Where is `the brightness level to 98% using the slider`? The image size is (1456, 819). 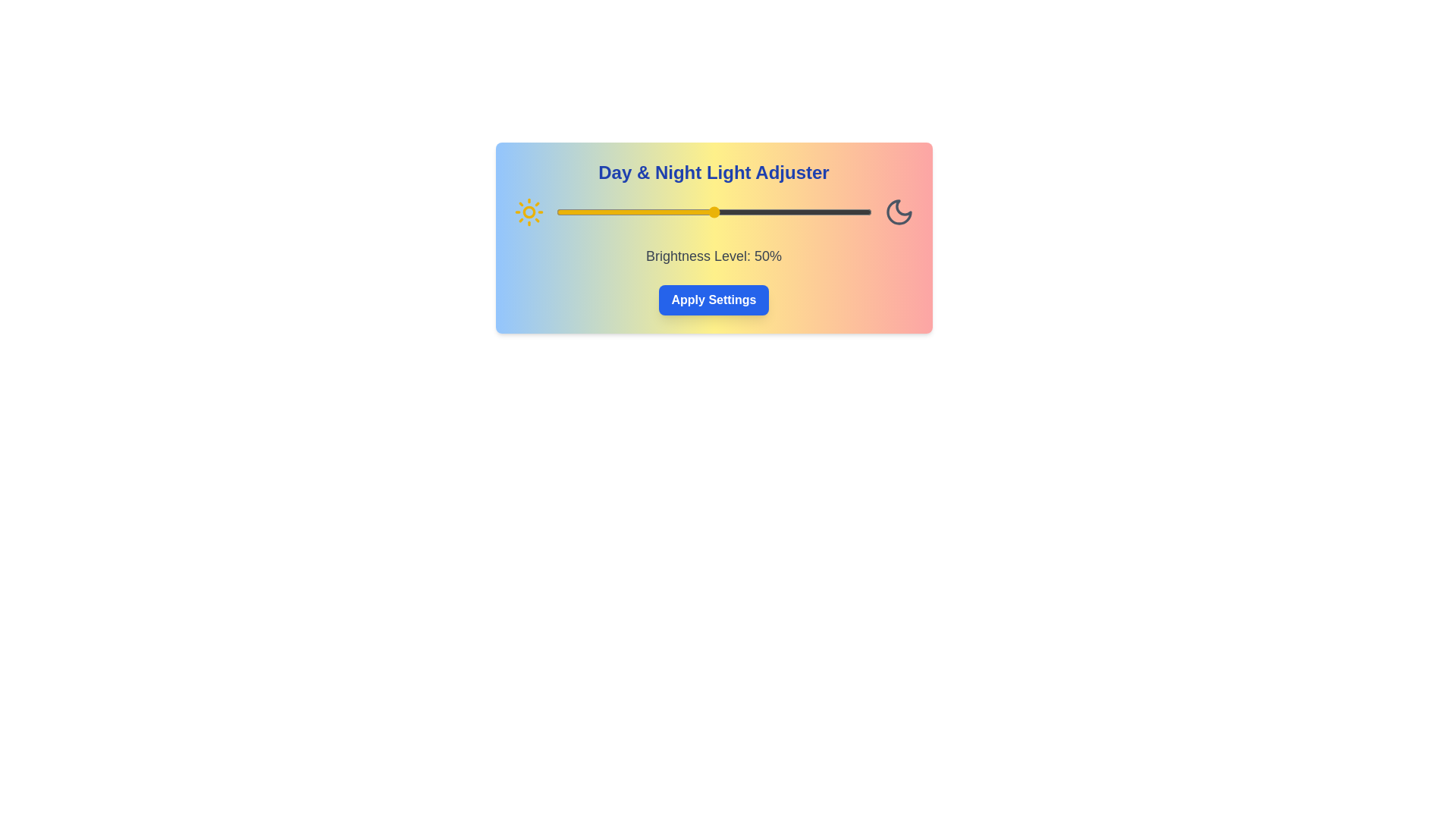 the brightness level to 98% using the slider is located at coordinates (865, 212).